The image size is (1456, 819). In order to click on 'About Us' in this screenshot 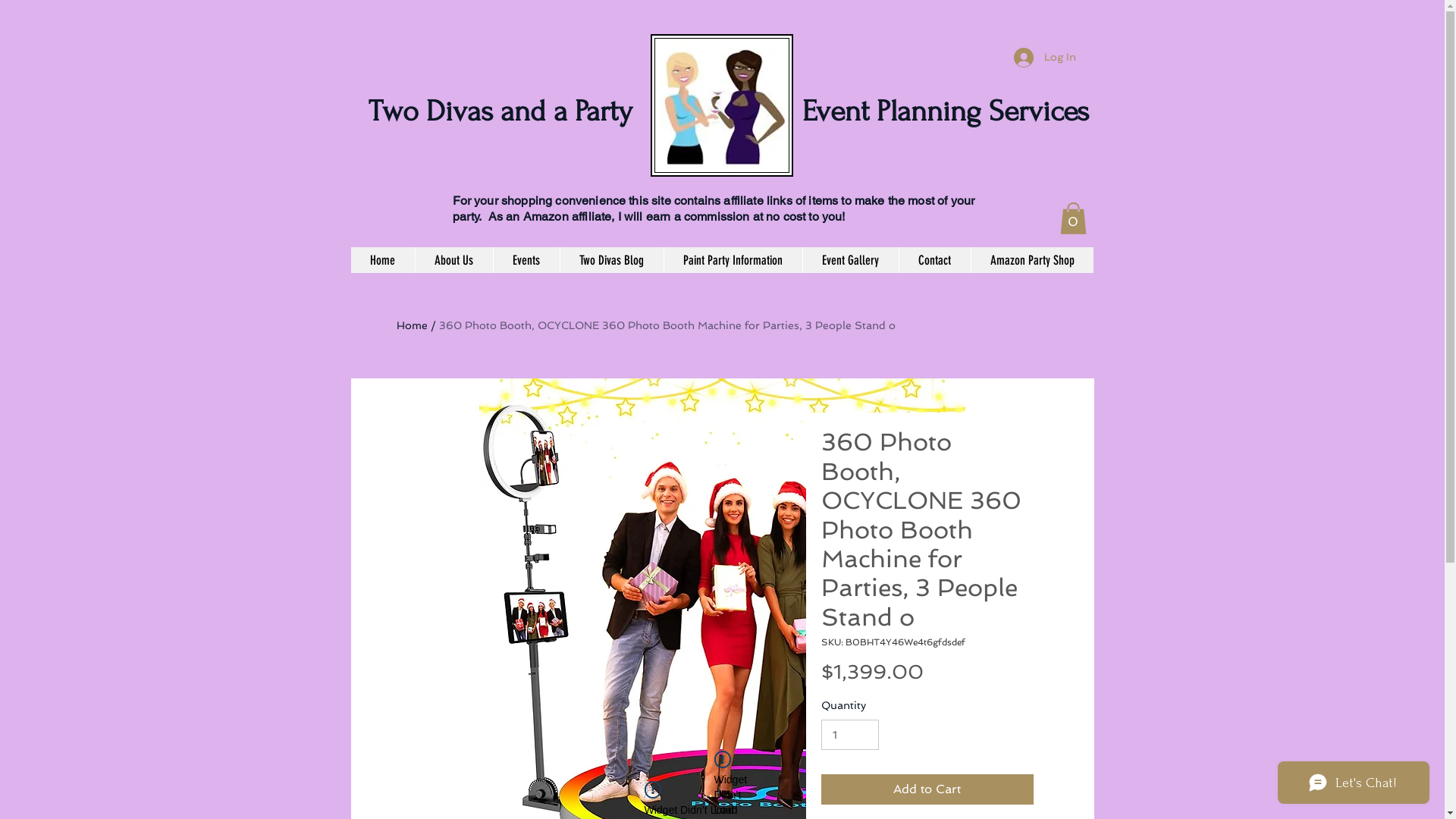, I will do `click(452, 259)`.